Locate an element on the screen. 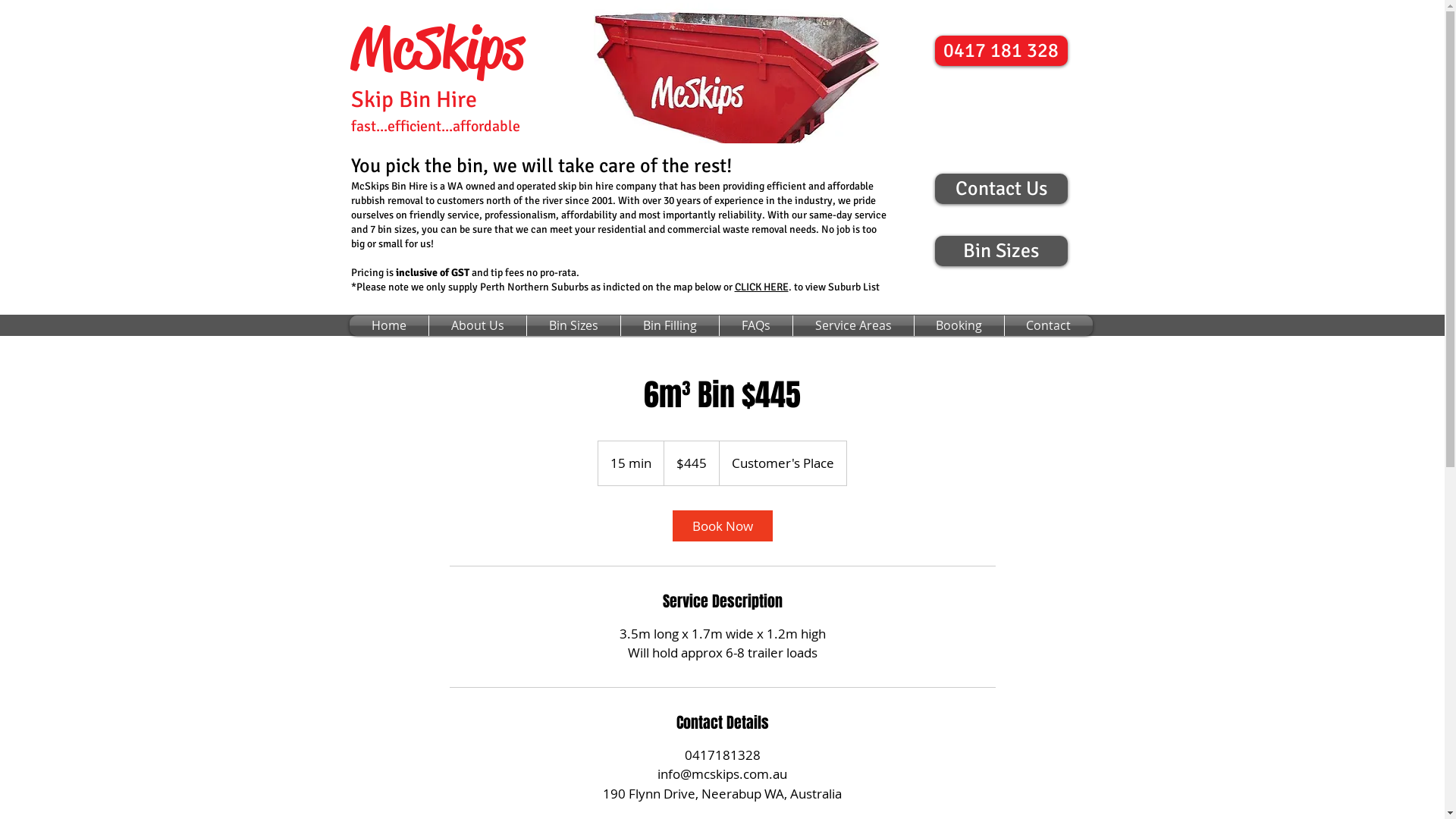  'Bin Sizes' is located at coordinates (934, 250).